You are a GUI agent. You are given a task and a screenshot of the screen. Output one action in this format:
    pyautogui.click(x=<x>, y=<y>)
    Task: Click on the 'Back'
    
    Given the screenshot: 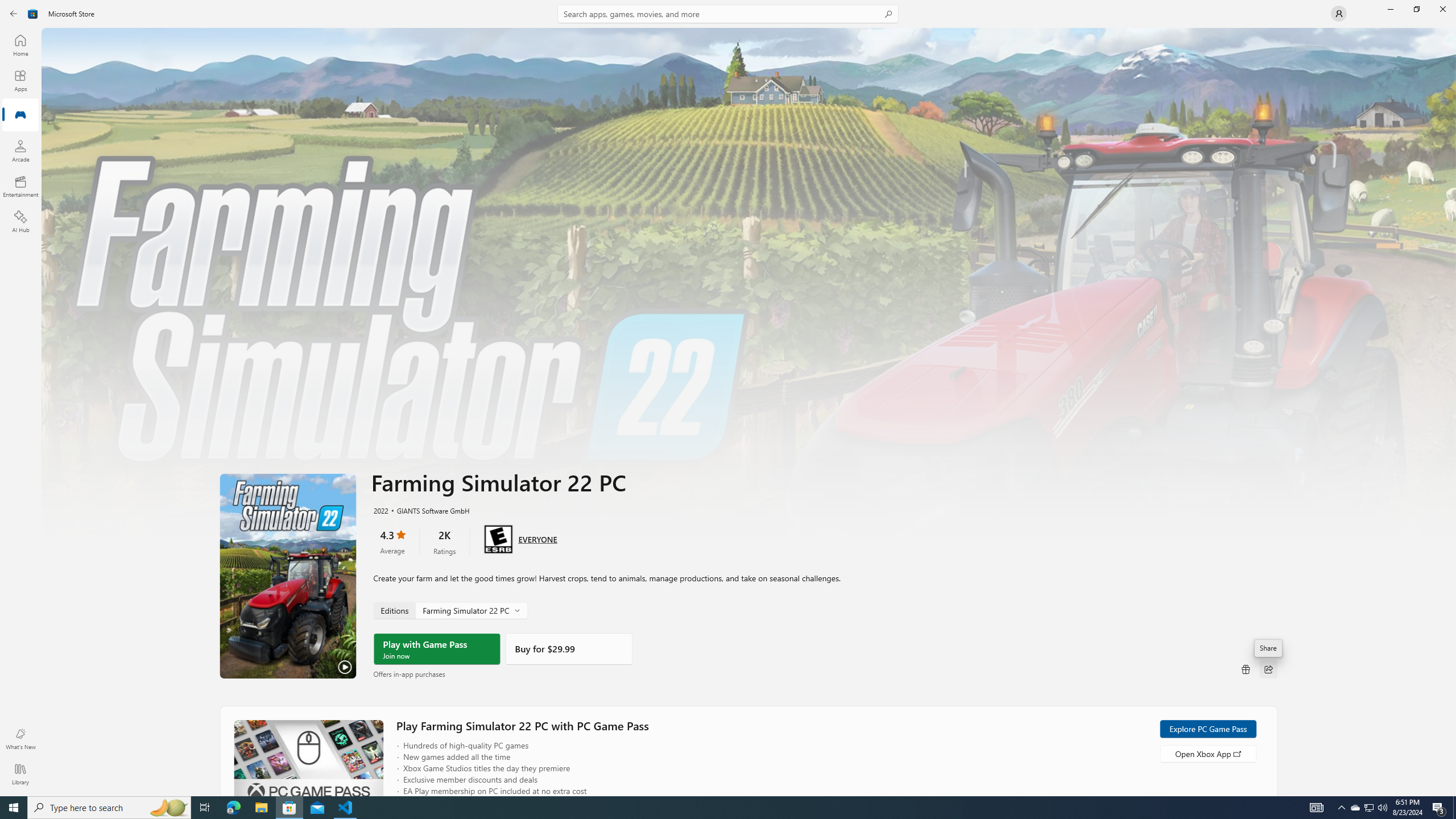 What is the action you would take?
    pyautogui.click(x=14, y=13)
    